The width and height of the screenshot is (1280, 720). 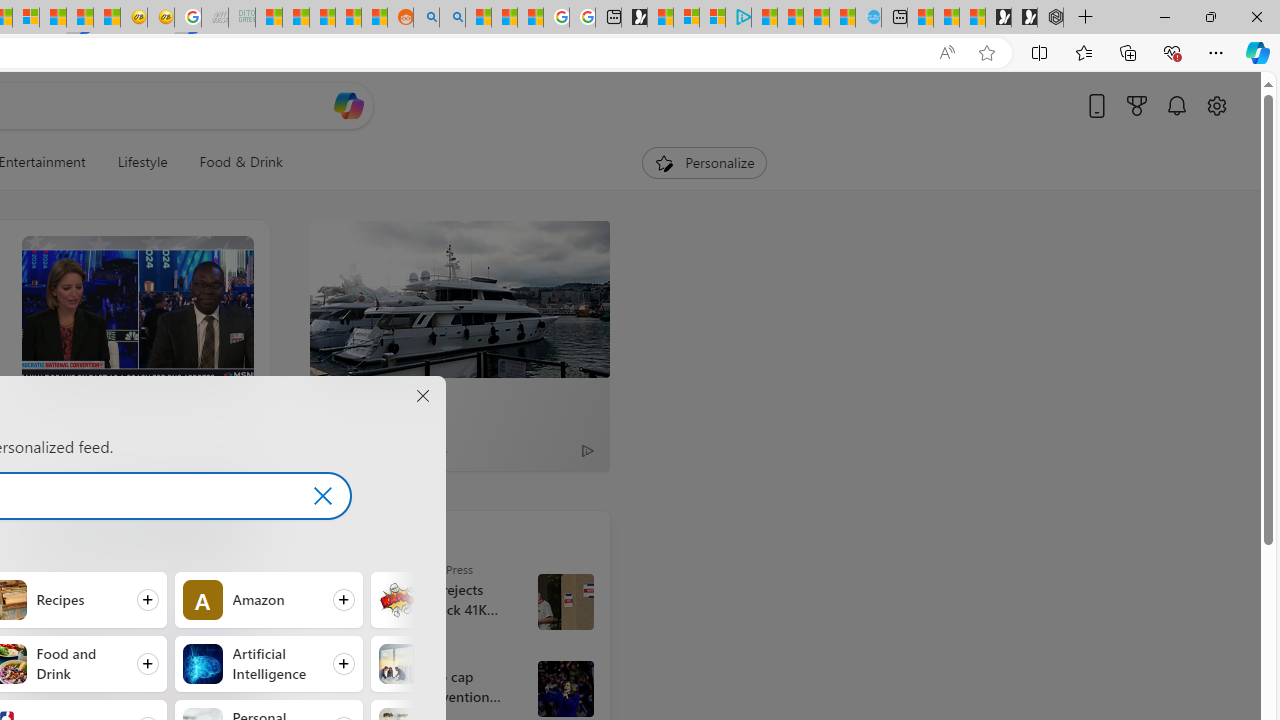 What do you see at coordinates (267, 598) in the screenshot?
I see `'Follow Amazon'` at bounding box center [267, 598].